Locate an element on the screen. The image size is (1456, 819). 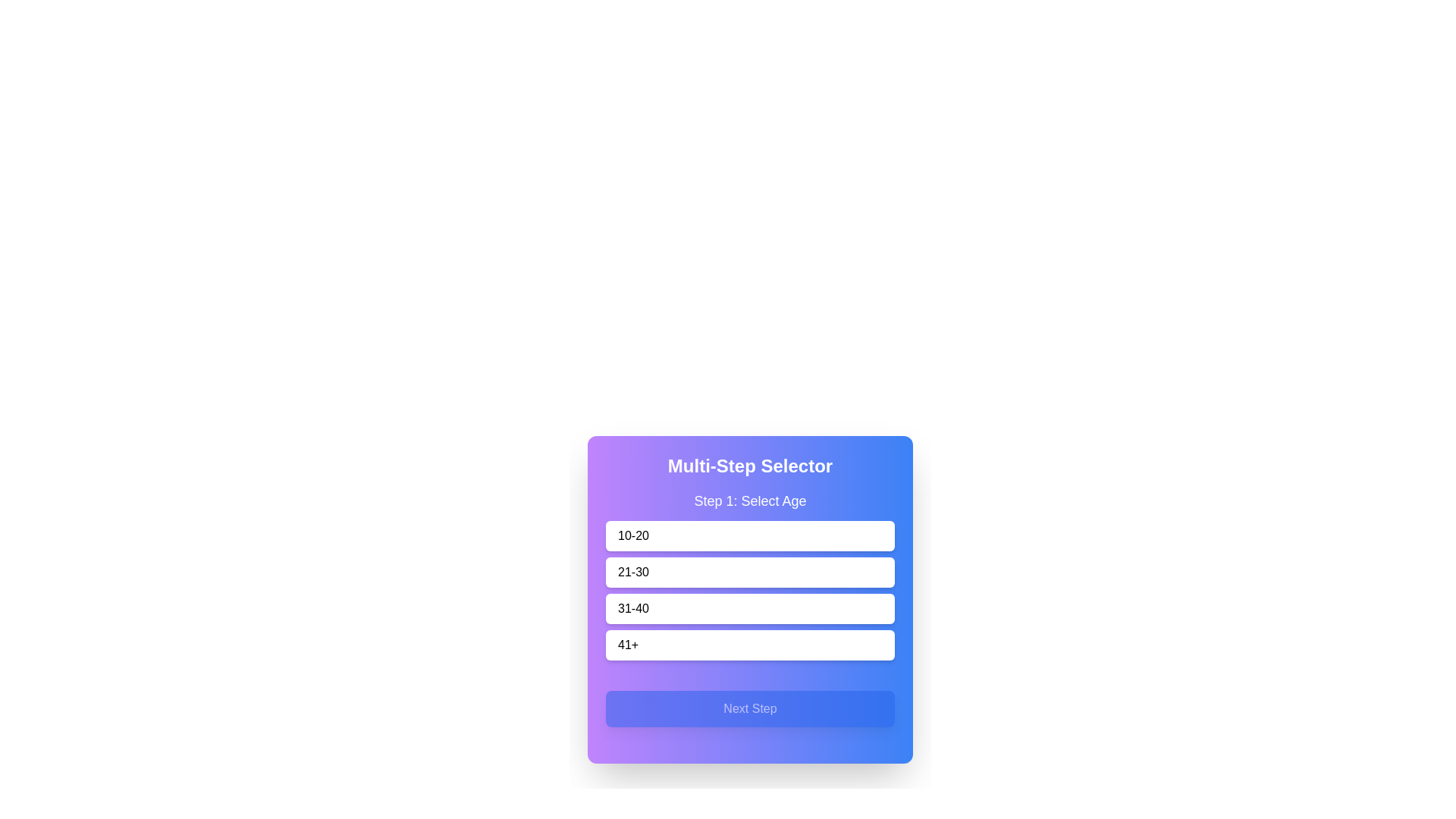
the text label indicating the selectable age range '21-30' within the second card of four in the vertical stack for selecting age ranges is located at coordinates (633, 573).